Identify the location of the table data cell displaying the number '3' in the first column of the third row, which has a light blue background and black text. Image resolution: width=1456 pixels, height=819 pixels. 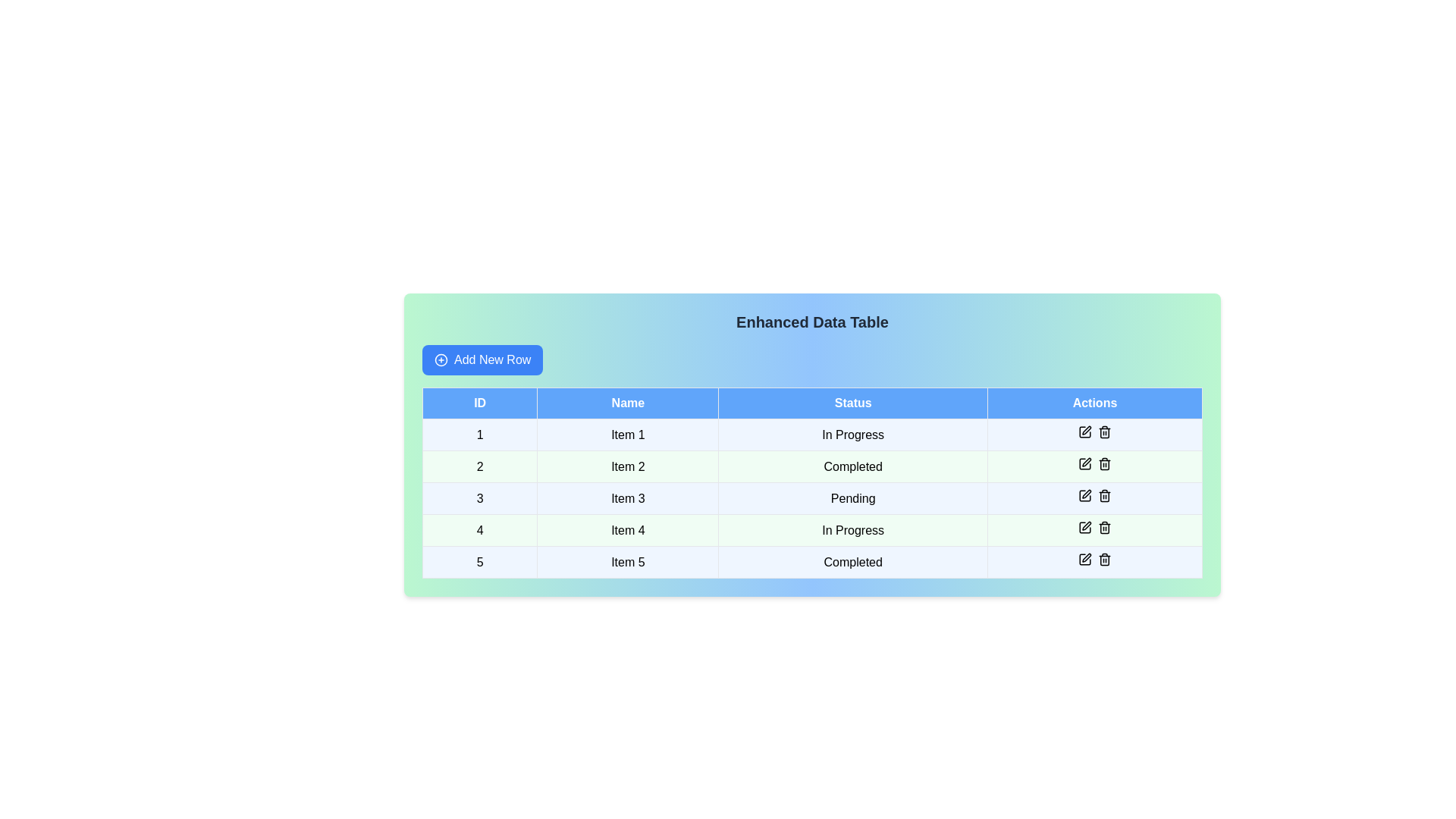
(479, 498).